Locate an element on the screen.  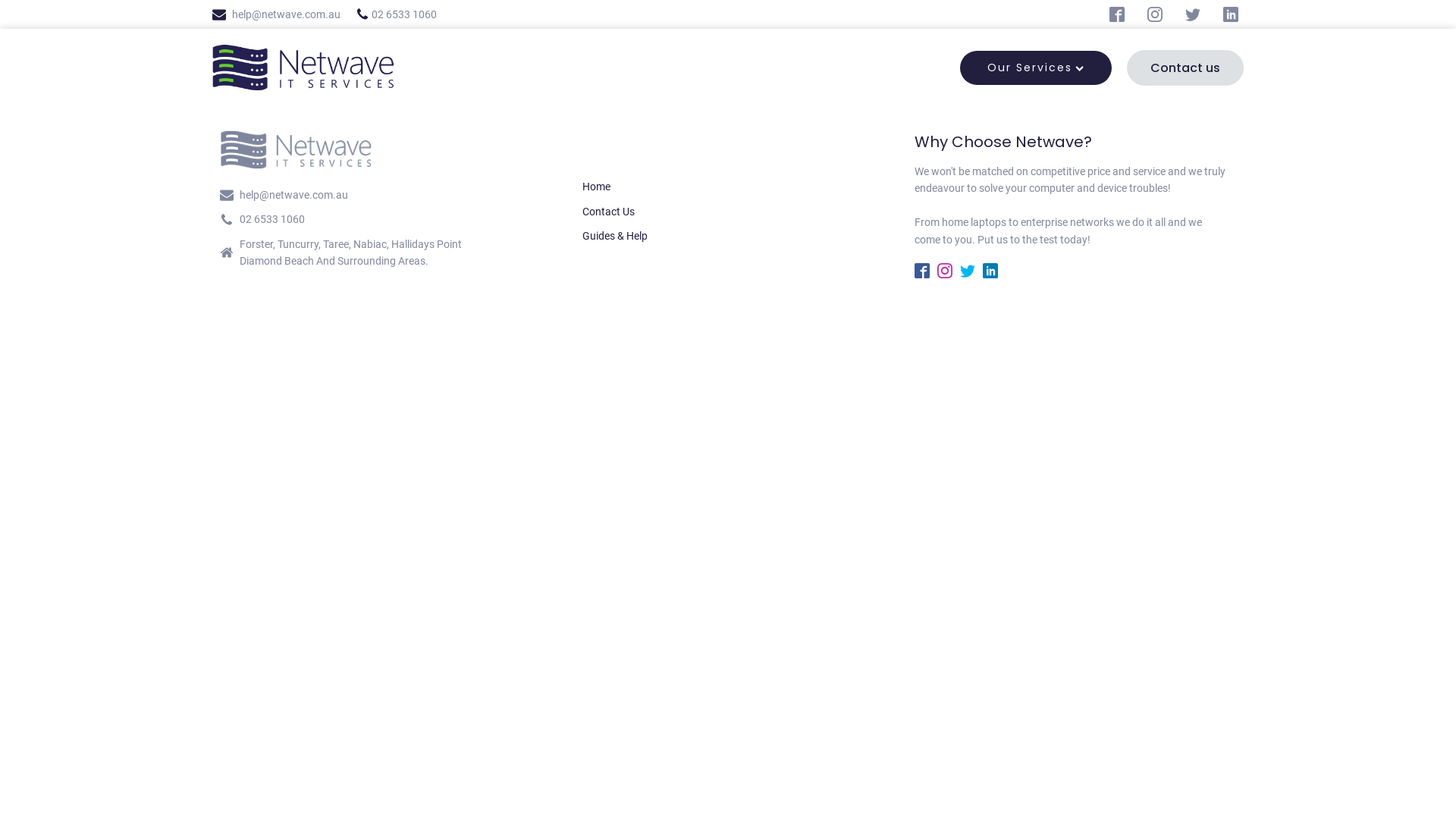
'Contact Us' is located at coordinates (615, 211).